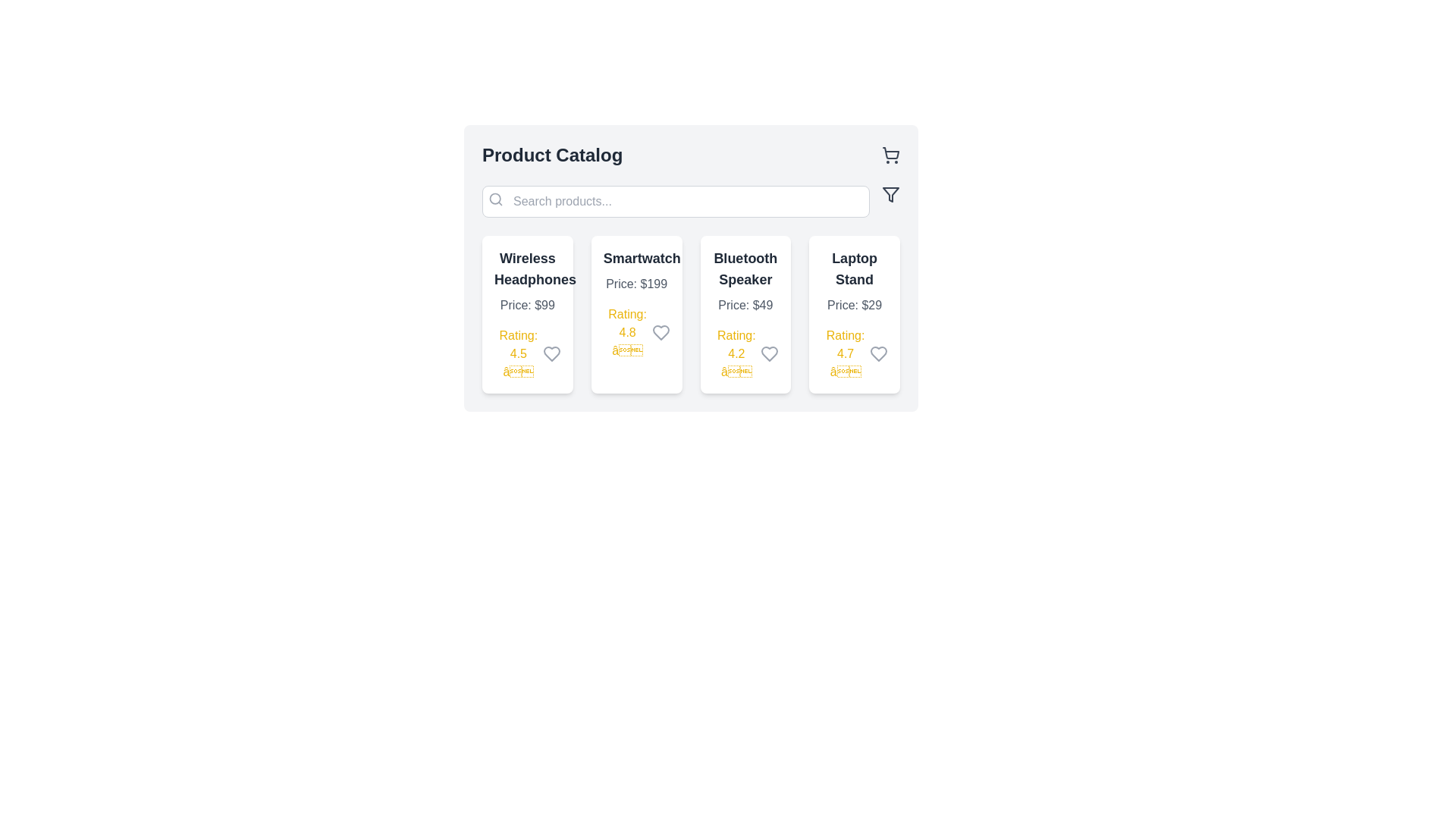 This screenshot has width=1456, height=819. Describe the element at coordinates (891, 194) in the screenshot. I see `the funnel icon used for filtering in the Product Catalog toolbar` at that location.